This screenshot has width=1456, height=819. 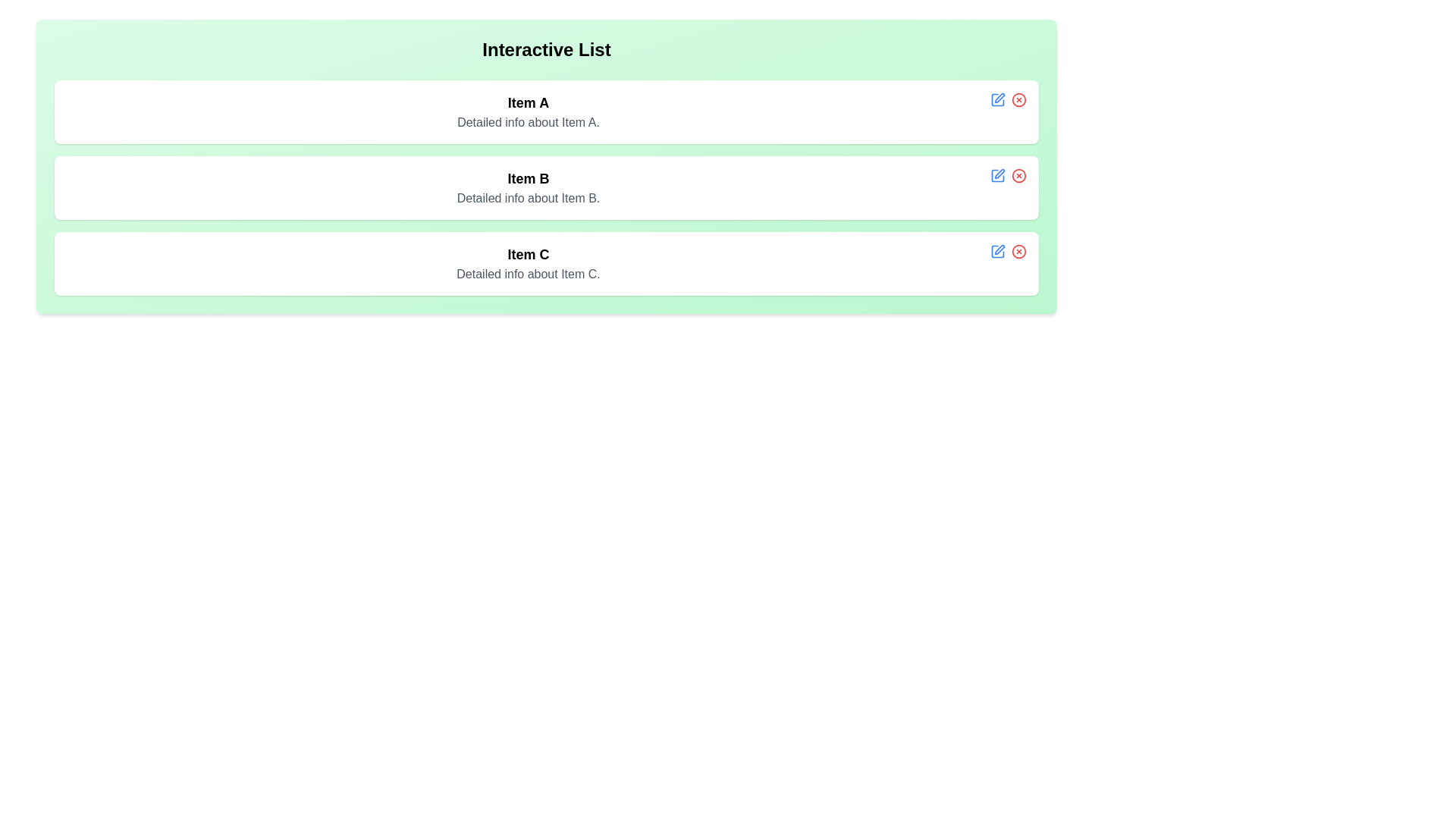 What do you see at coordinates (546, 111) in the screenshot?
I see `the distinct list item labeled 'Item A' with bold font and supporting detail in lighter gray text, which is the first entry in the vertical list below 'Interactive List'` at bounding box center [546, 111].